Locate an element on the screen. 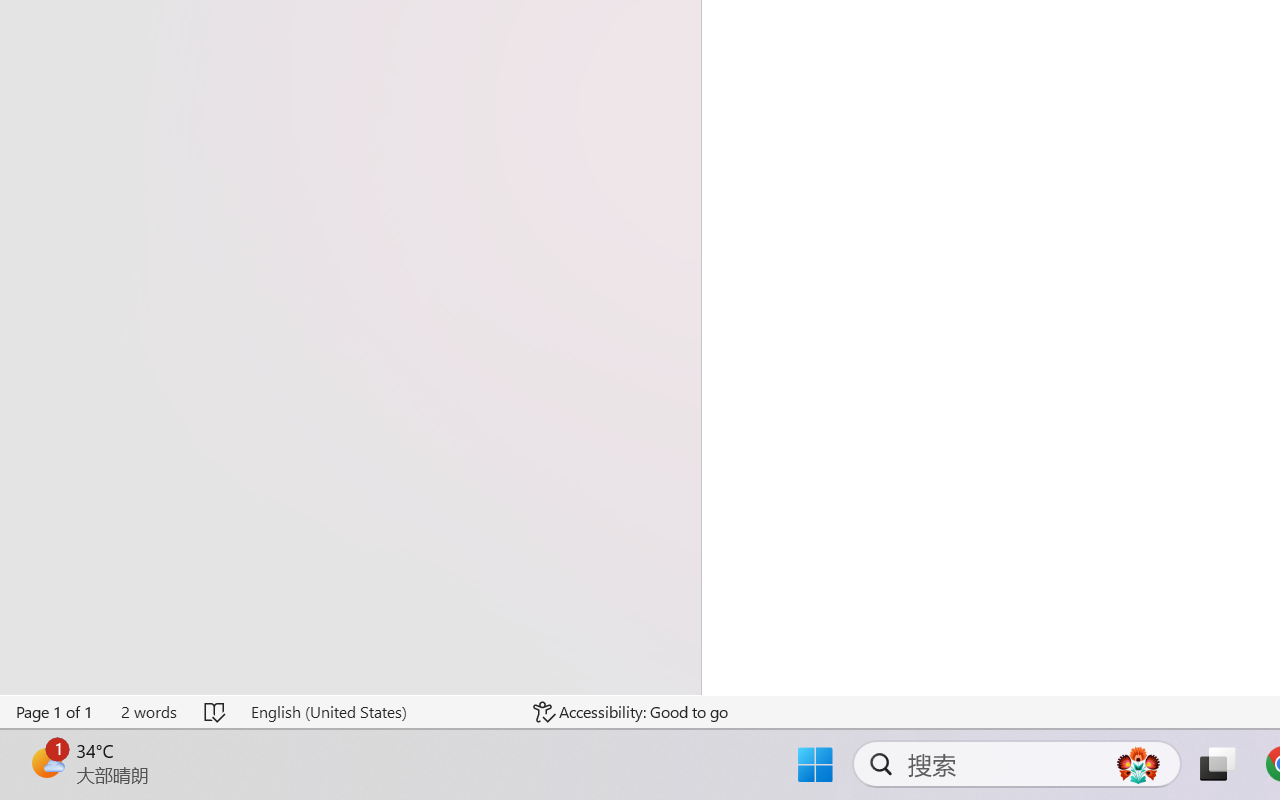  'Start' is located at coordinates (24, 776).